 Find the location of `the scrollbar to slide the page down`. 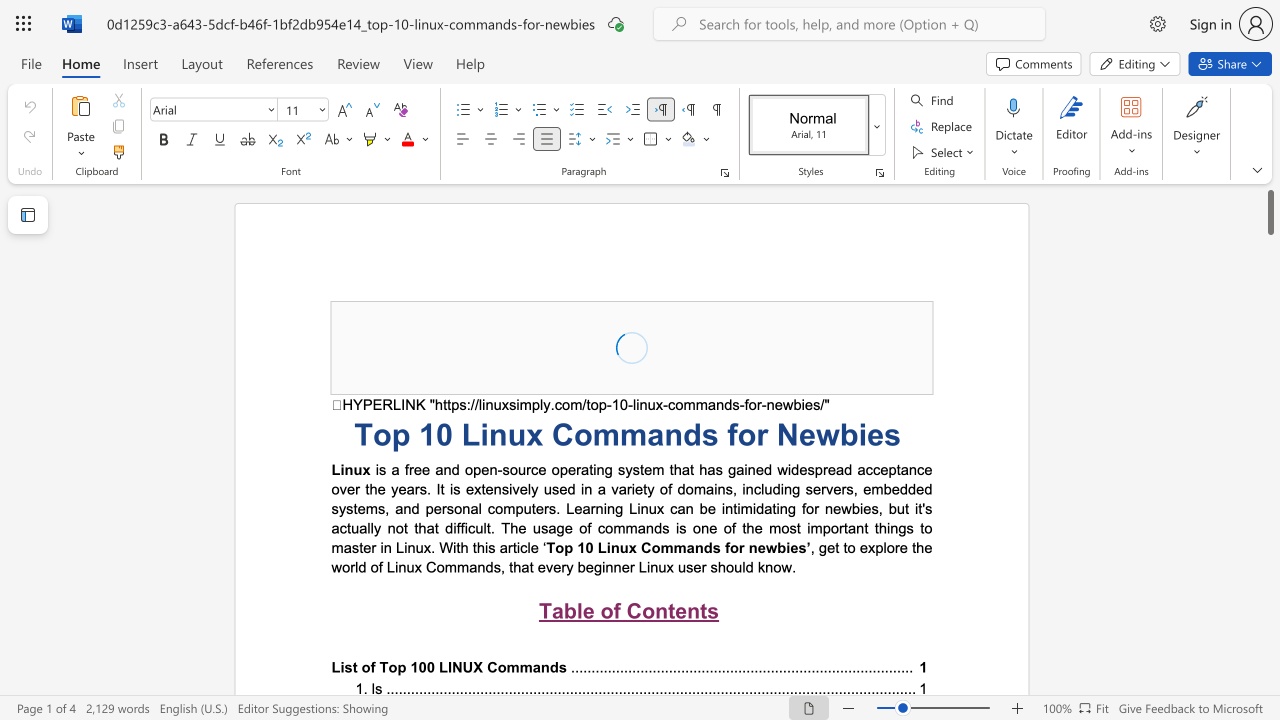

the scrollbar to slide the page down is located at coordinates (1269, 280).